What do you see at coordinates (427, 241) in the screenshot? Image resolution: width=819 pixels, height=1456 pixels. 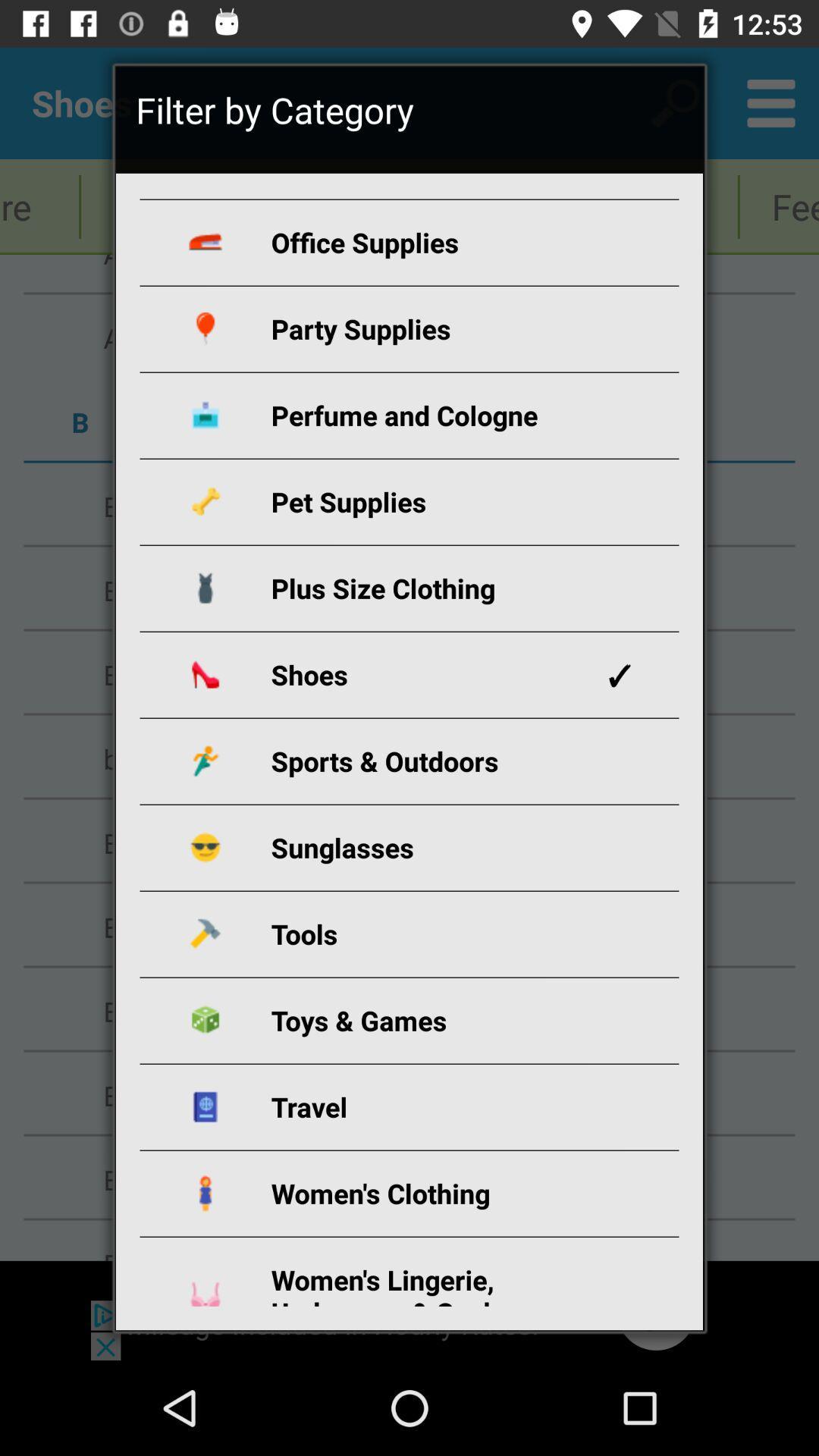 I see `the office supplies` at bounding box center [427, 241].